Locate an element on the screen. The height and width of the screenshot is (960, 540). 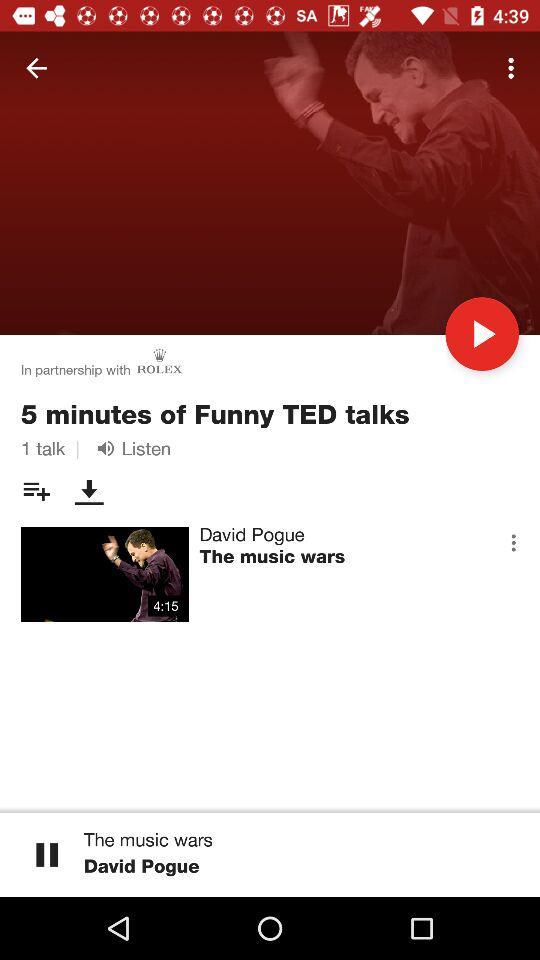
icon above the in partnership with item is located at coordinates (36, 68).